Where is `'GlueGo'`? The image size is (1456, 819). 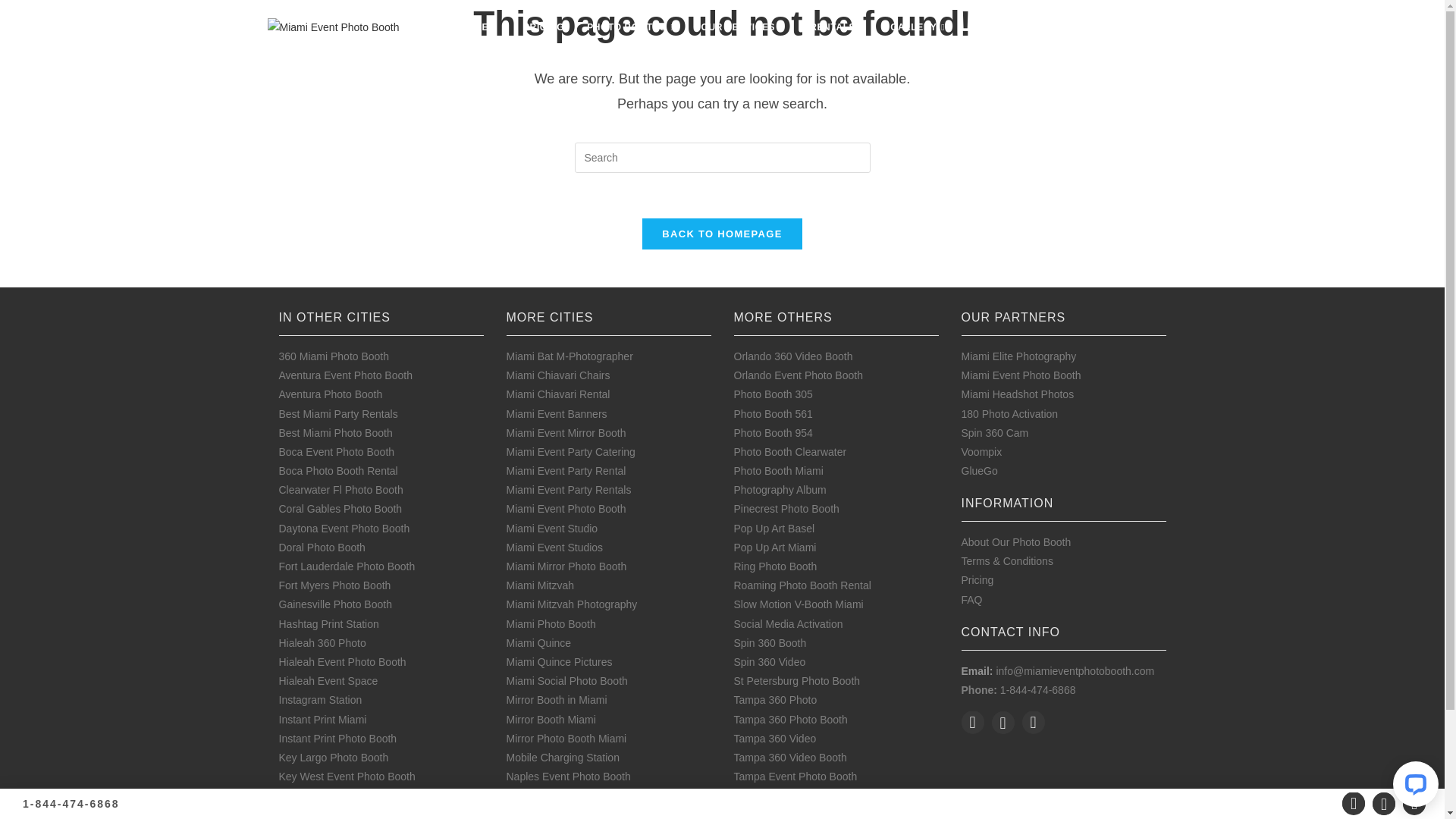
'GlueGo' is located at coordinates (979, 470).